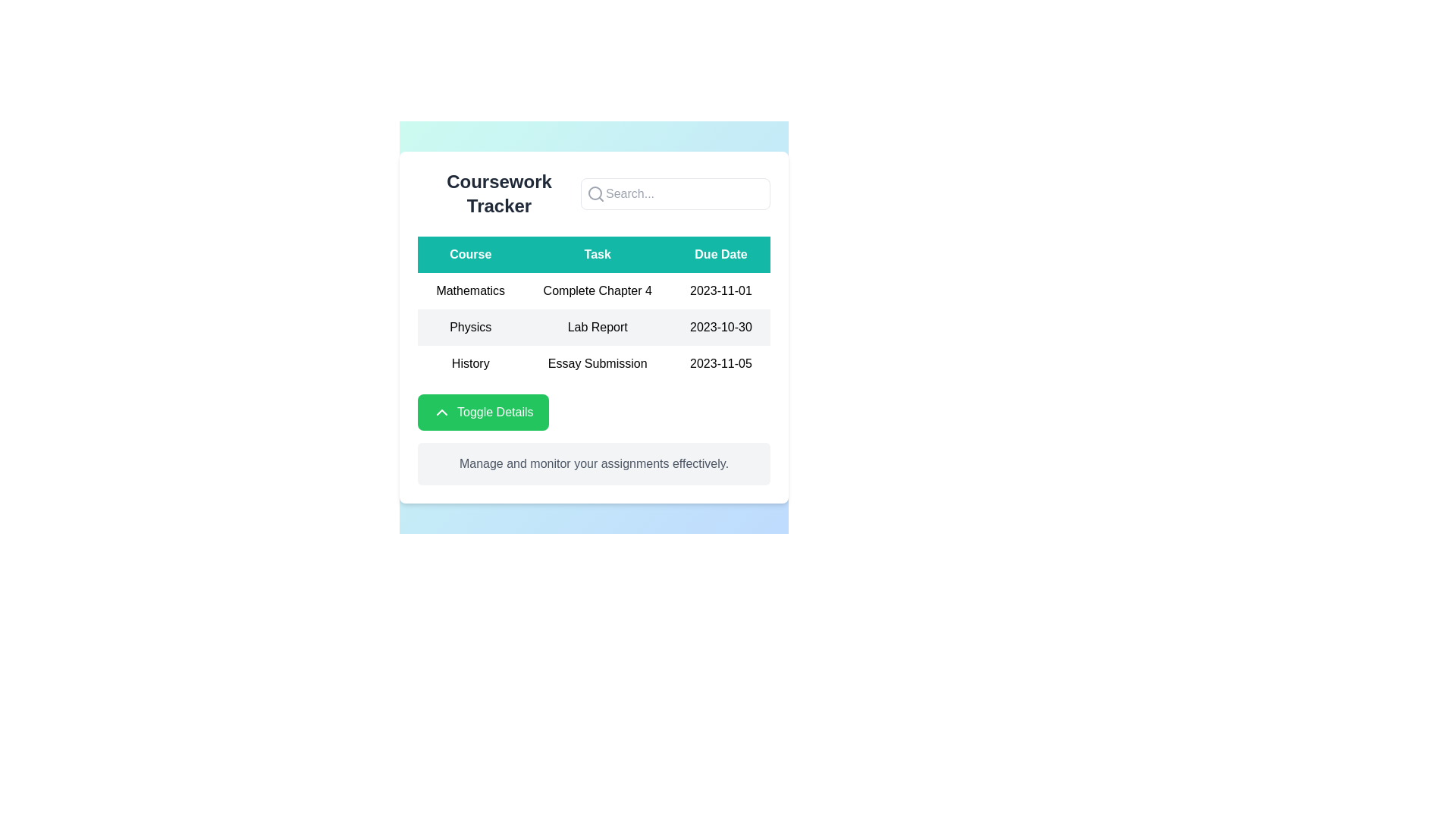 The height and width of the screenshot is (819, 1456). Describe the element at coordinates (593, 363) in the screenshot. I see `the third row of the table displaying the coursework task 'Essay Submission' for 'History' with a due date of '2023-11-05'` at that location.